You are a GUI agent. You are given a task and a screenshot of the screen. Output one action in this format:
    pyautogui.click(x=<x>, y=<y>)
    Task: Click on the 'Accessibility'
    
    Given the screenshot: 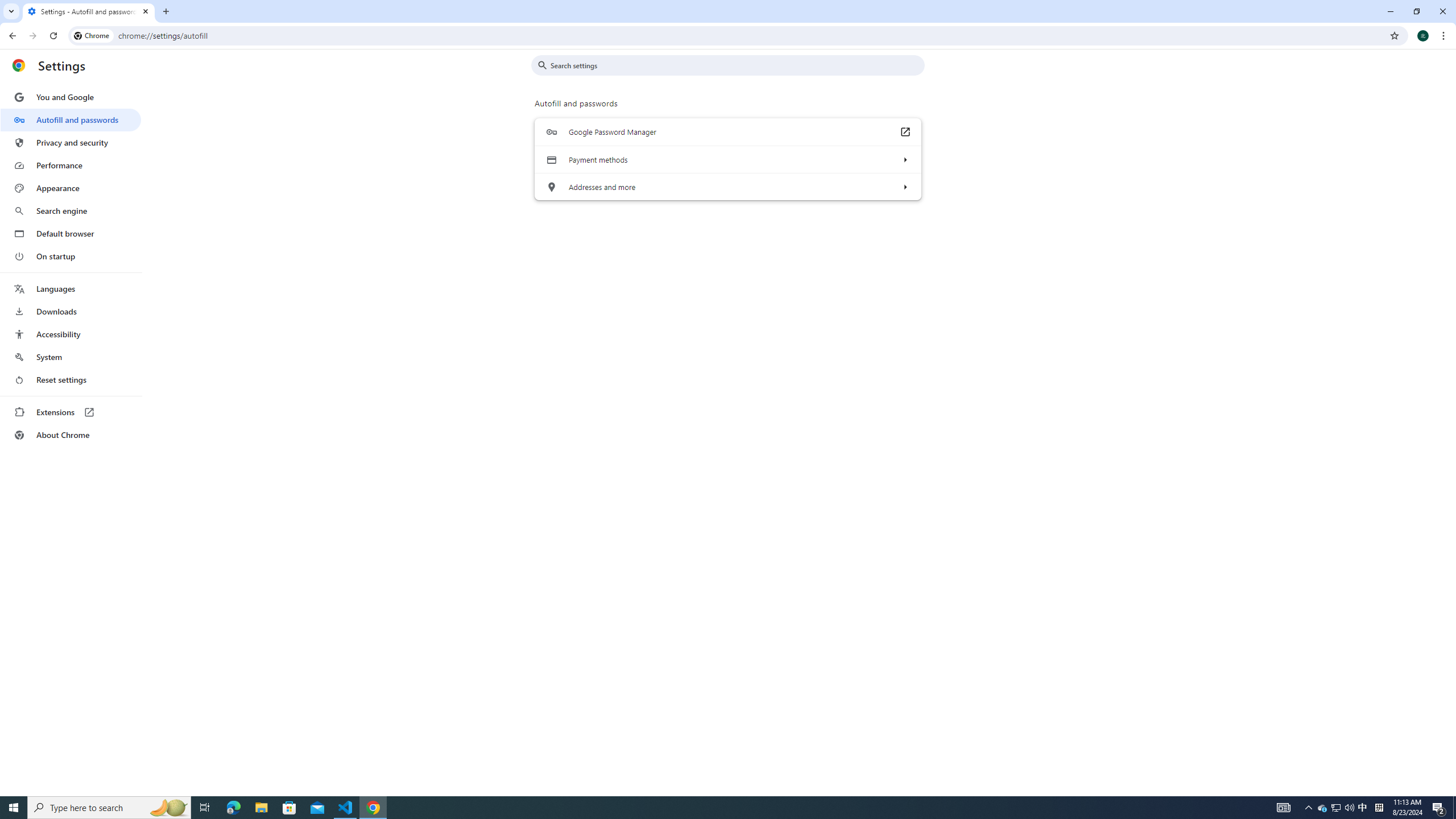 What is the action you would take?
    pyautogui.click(x=70, y=333)
    